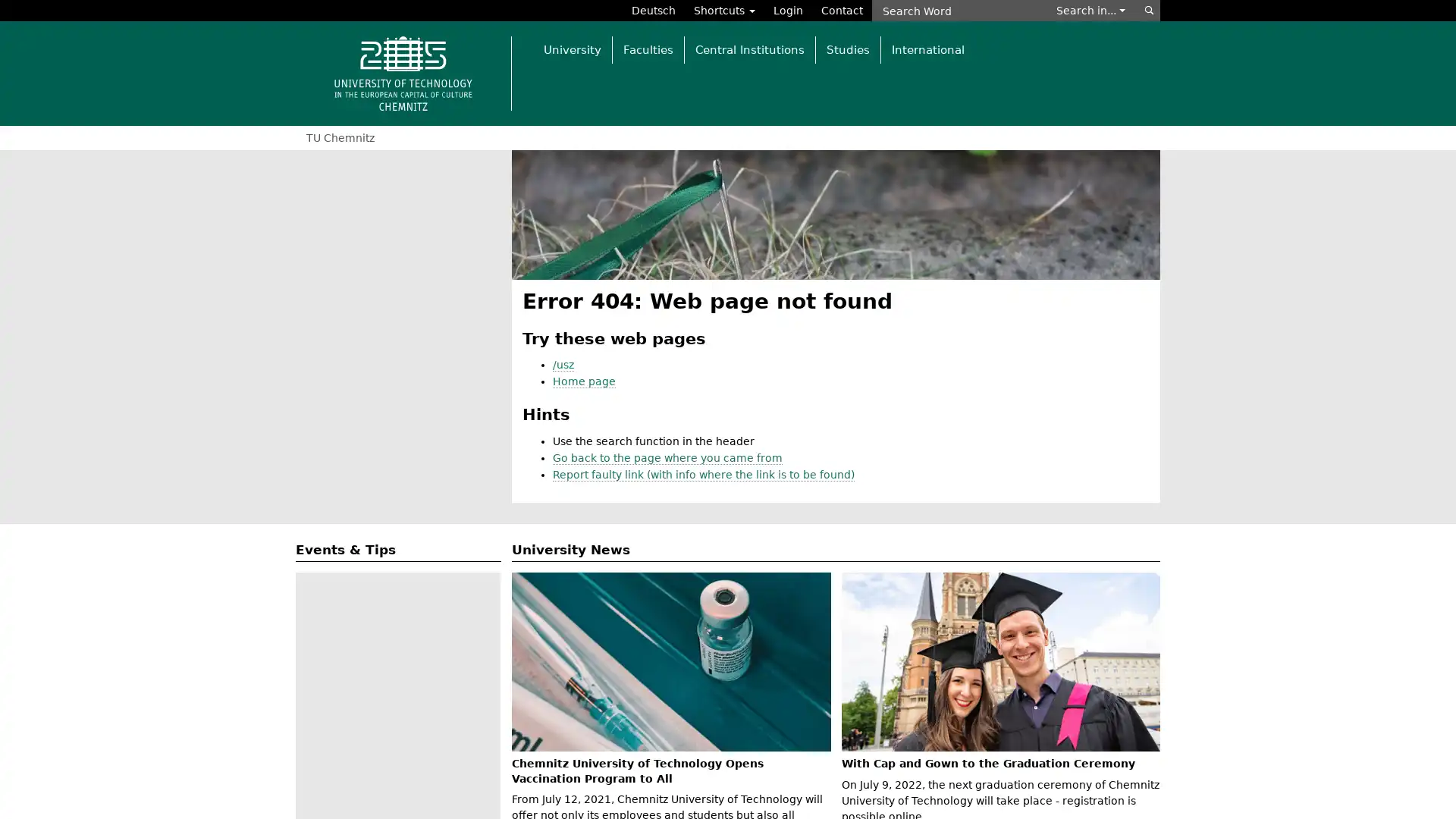 The width and height of the screenshot is (1456, 819). I want to click on Central Institutions, so click(749, 49).